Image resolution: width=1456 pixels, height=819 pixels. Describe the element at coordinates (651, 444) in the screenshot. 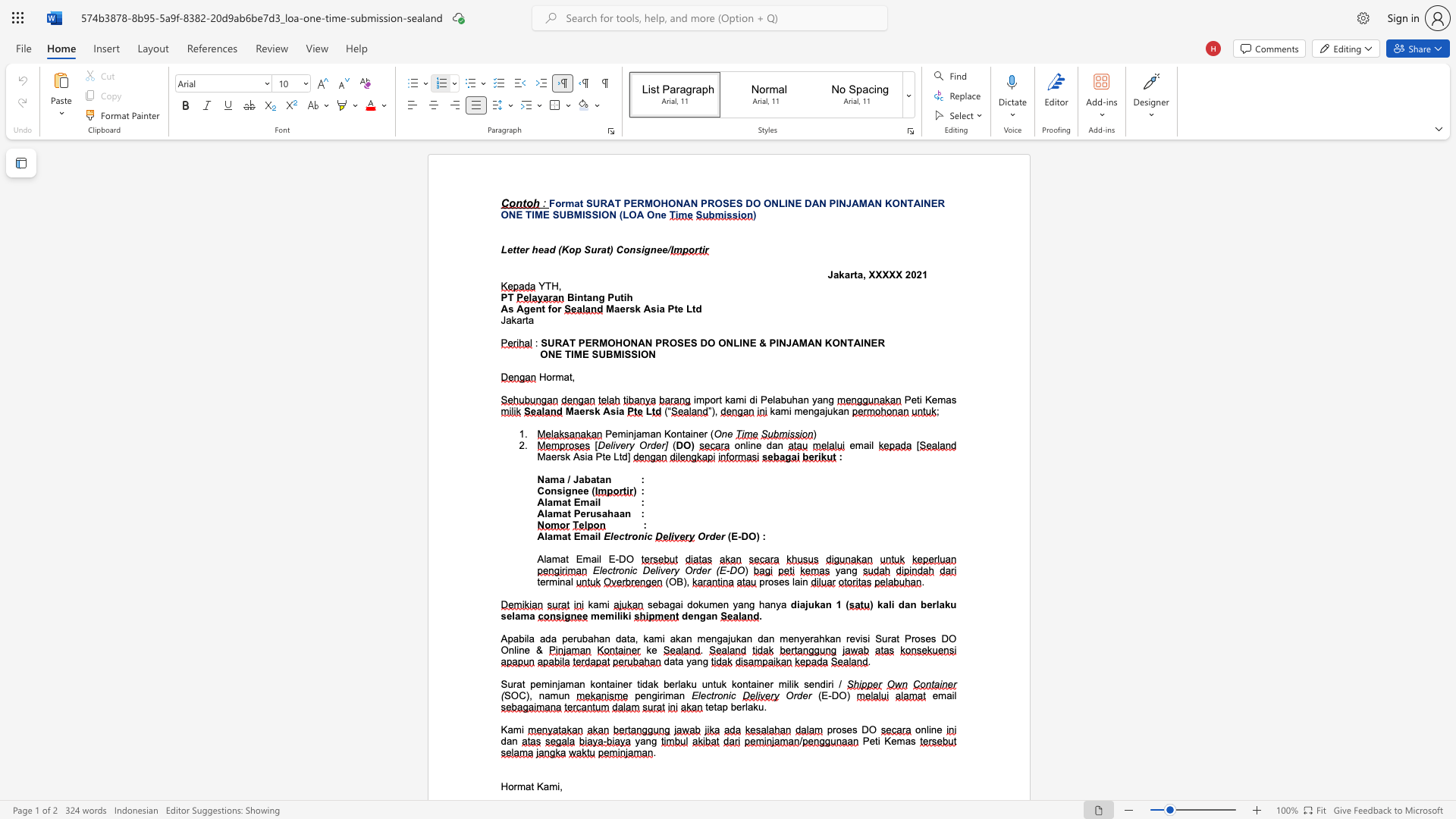

I see `the space between the continuous character "r" and "d" in the text` at that location.